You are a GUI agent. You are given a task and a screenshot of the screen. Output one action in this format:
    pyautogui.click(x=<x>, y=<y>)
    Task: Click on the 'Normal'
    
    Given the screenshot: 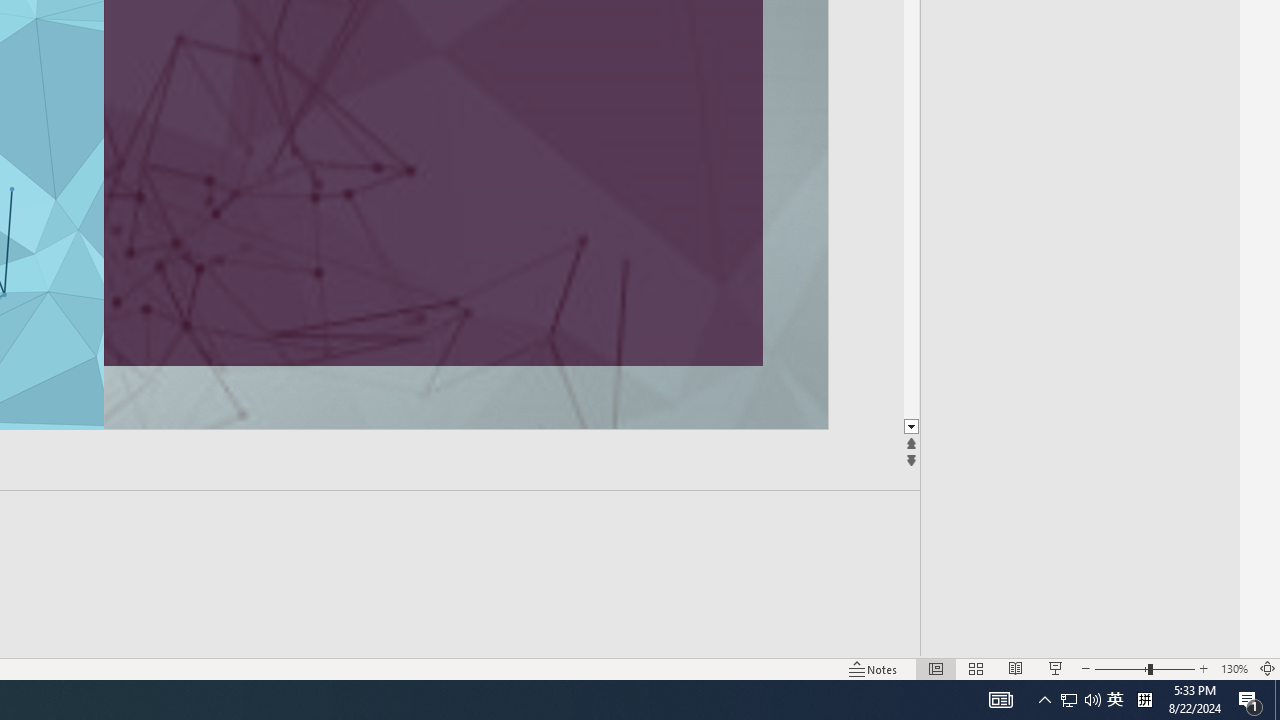 What is the action you would take?
    pyautogui.click(x=935, y=669)
    